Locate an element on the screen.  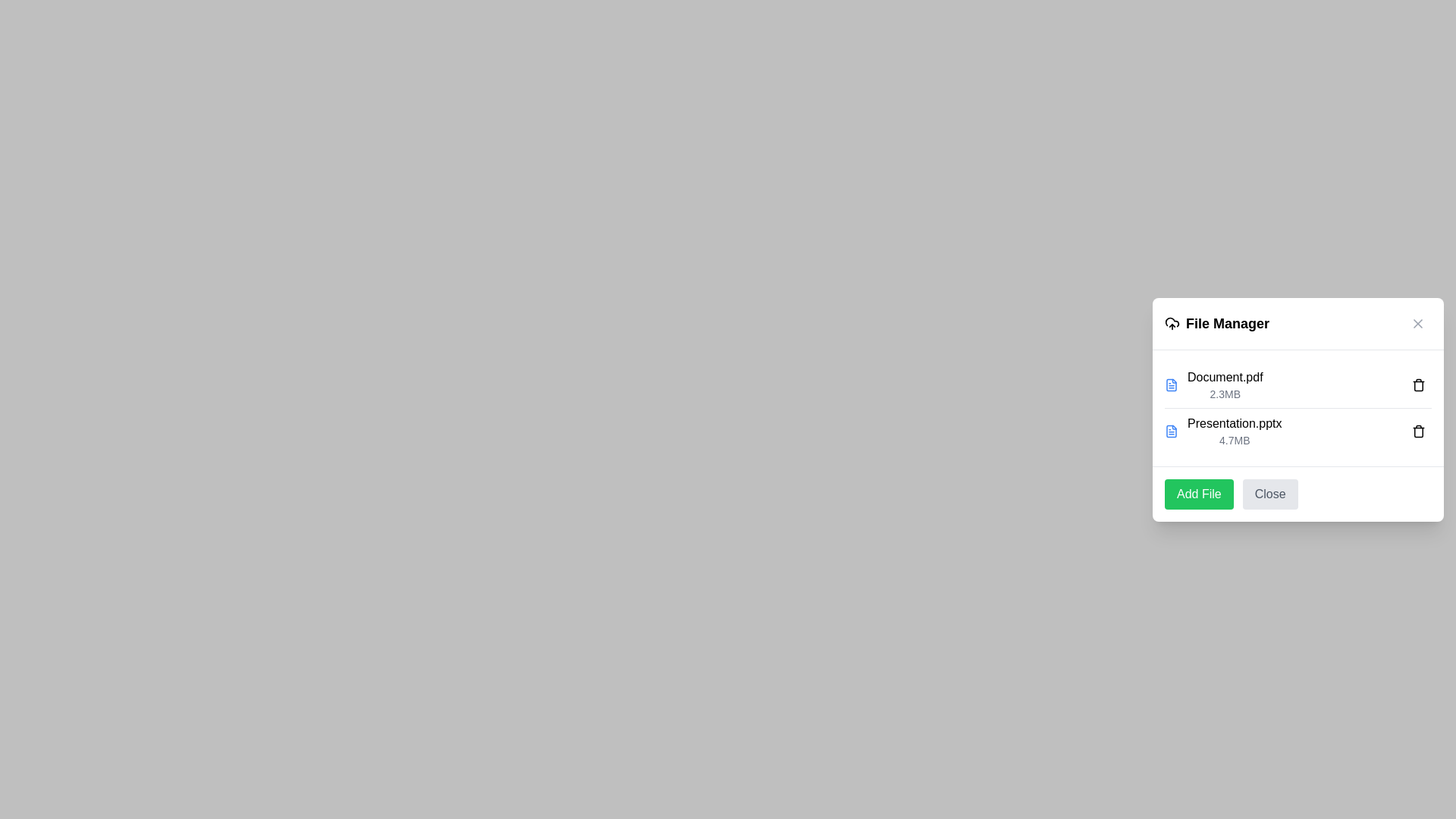
the deletion icon located at the right end of the file entry row for 'Document.pdf' in the 'File Manager' is located at coordinates (1418, 384).